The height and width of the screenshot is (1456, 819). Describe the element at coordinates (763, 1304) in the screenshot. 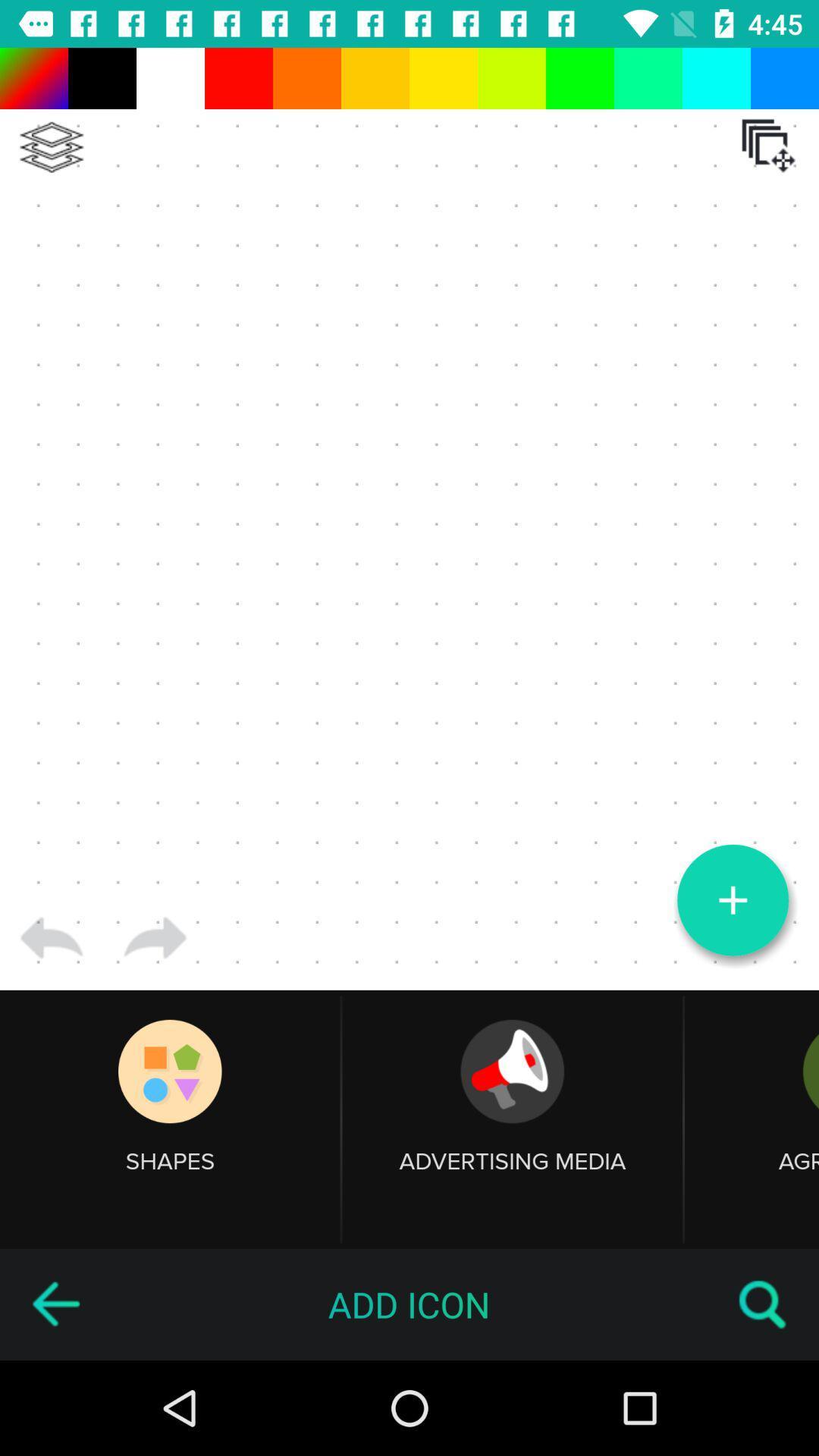

I see `item to the right of the add icon item` at that location.